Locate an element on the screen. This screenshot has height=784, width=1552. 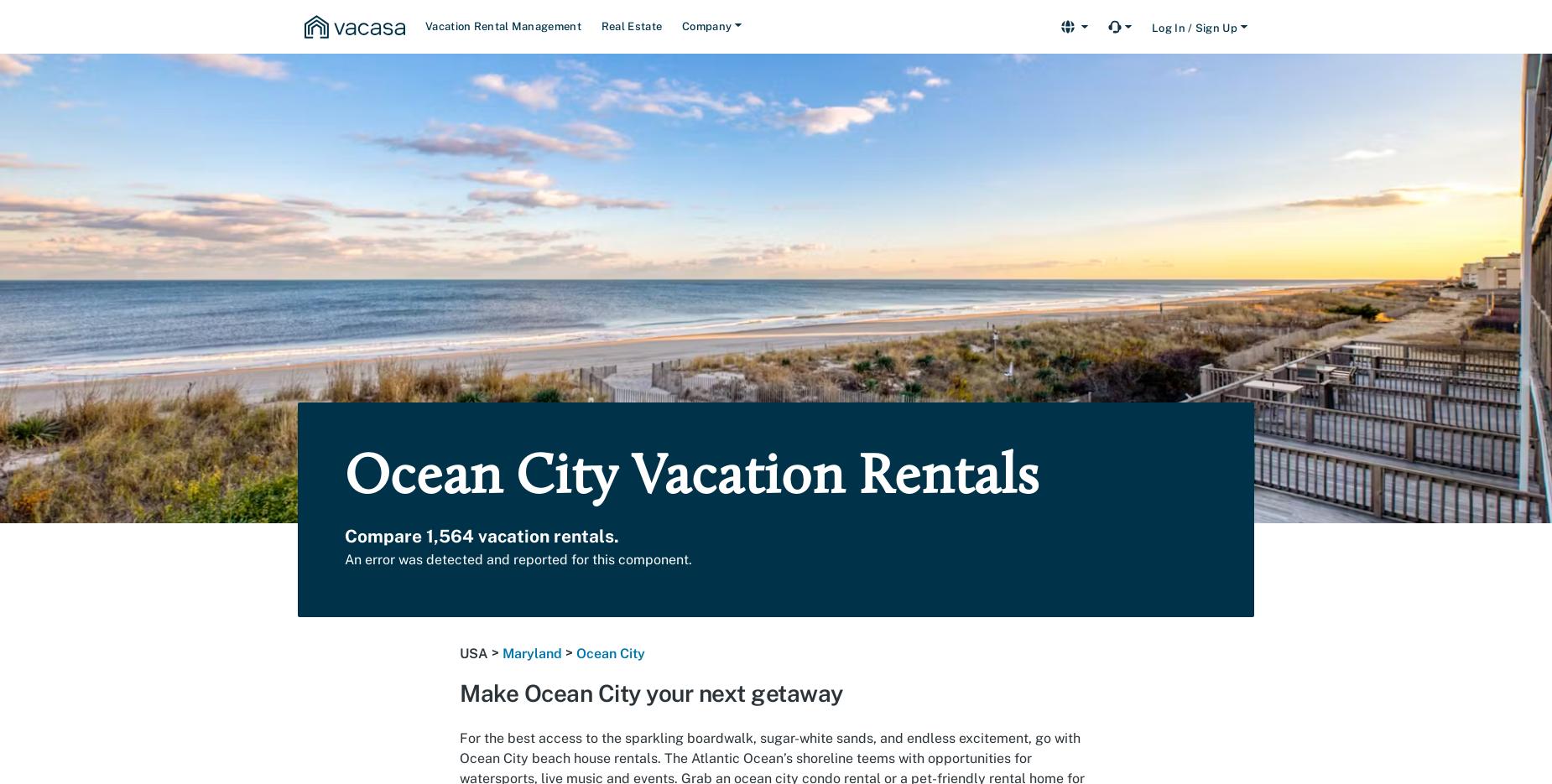
'Maryland' is located at coordinates (532, 652).